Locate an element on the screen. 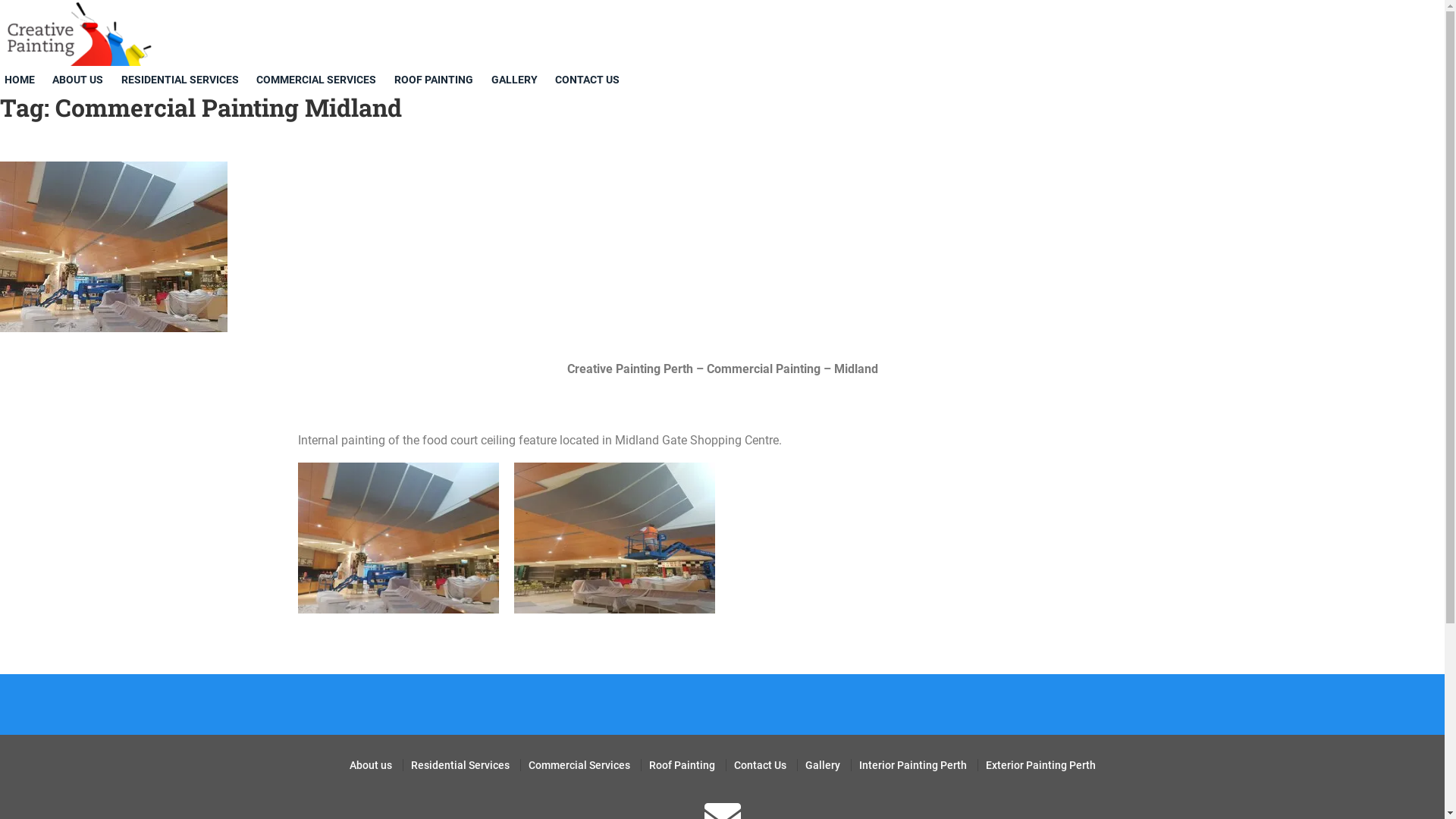  'GALLERY' is located at coordinates (517, 80).